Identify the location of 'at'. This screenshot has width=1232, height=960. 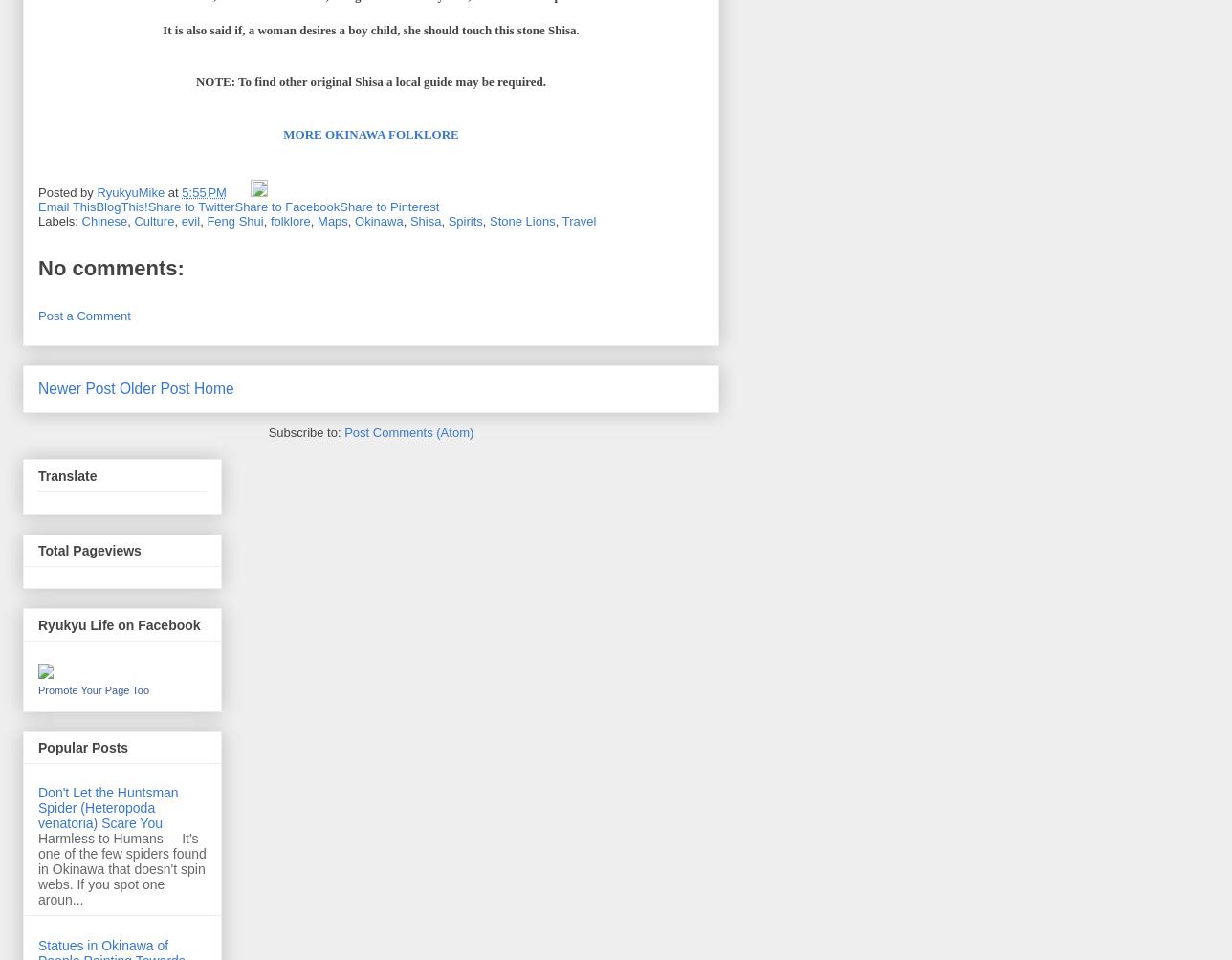
(174, 190).